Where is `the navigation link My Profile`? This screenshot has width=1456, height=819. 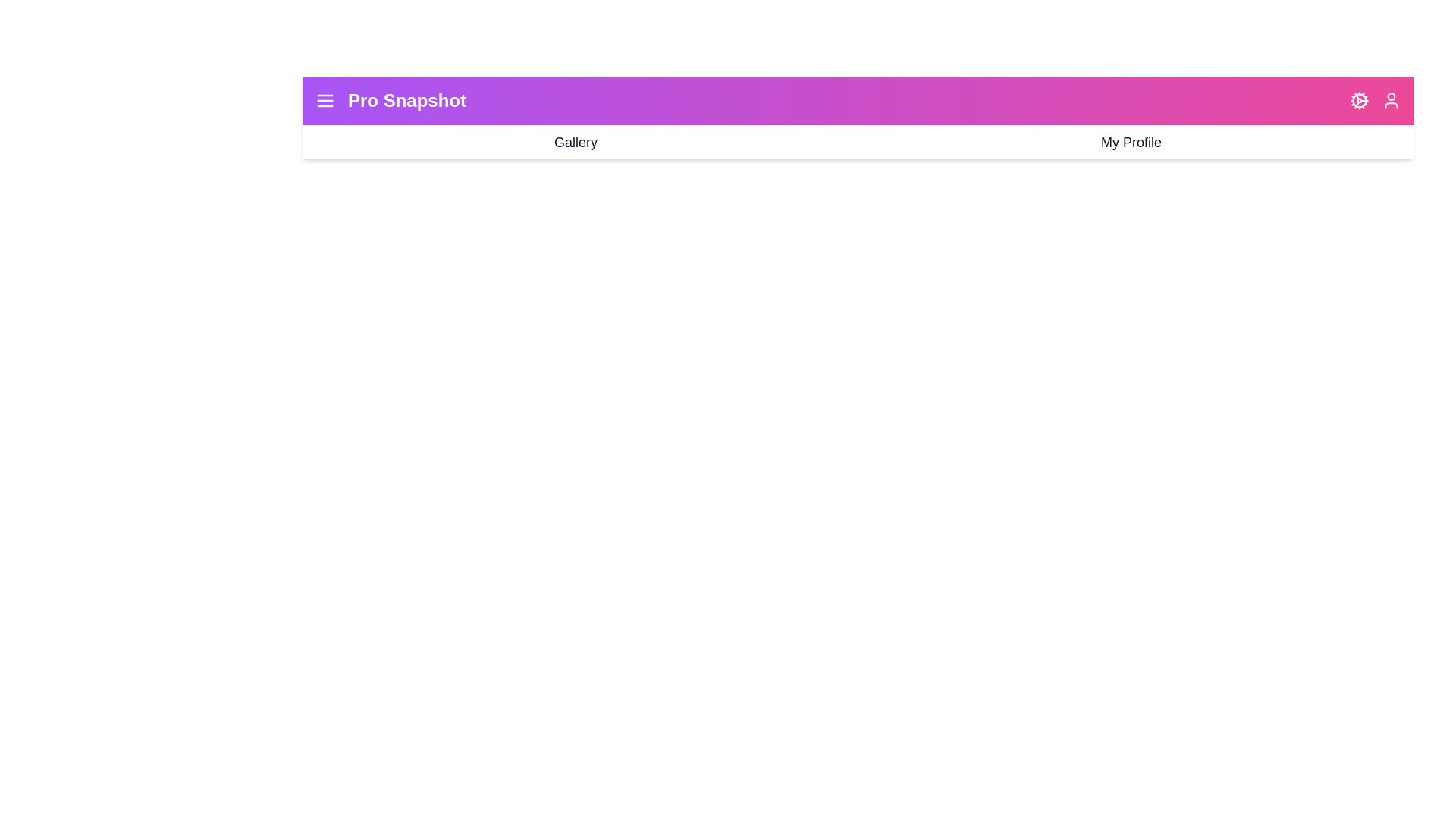 the navigation link My Profile is located at coordinates (1131, 143).